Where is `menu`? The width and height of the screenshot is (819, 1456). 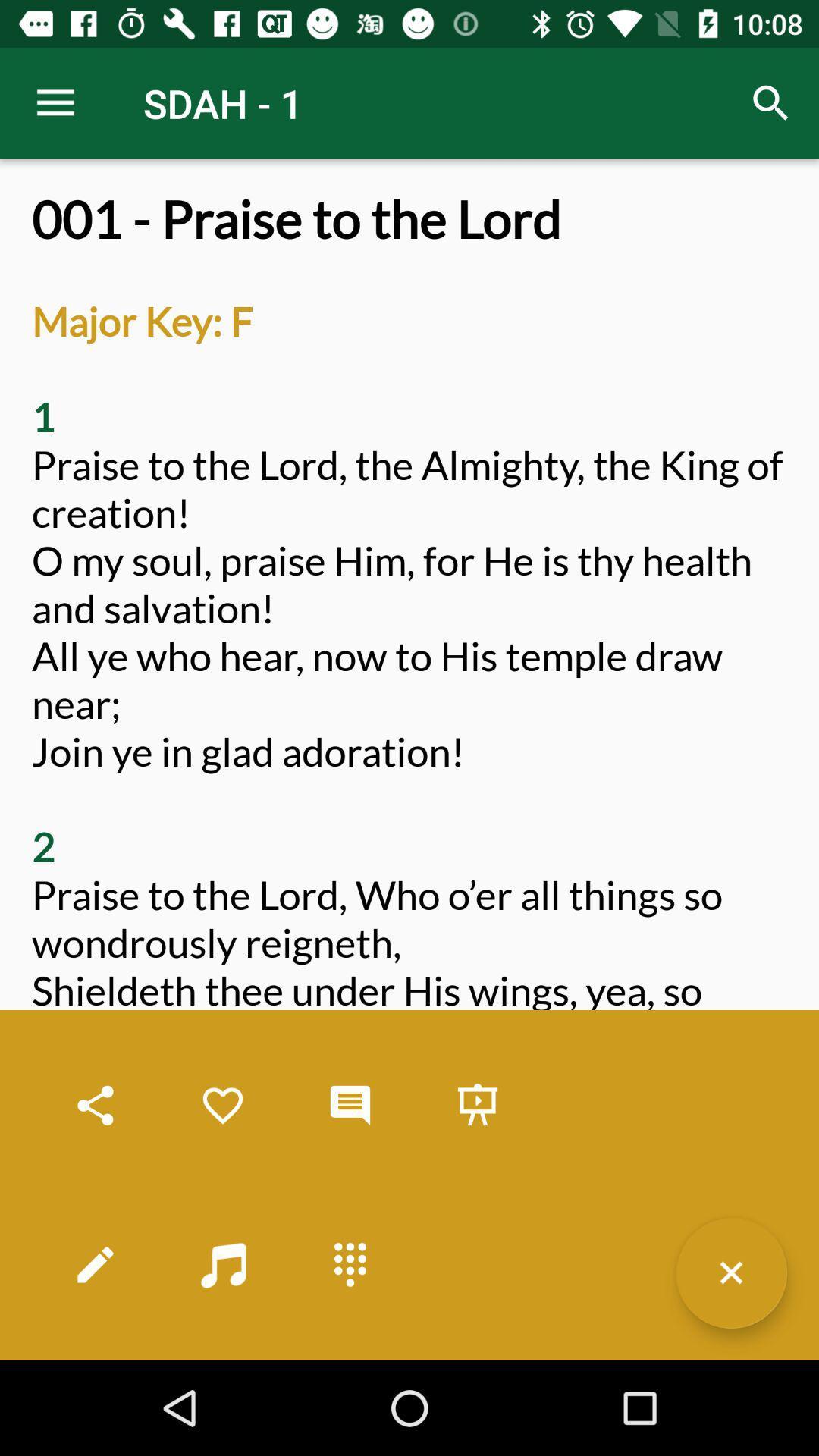 menu is located at coordinates (730, 1272).